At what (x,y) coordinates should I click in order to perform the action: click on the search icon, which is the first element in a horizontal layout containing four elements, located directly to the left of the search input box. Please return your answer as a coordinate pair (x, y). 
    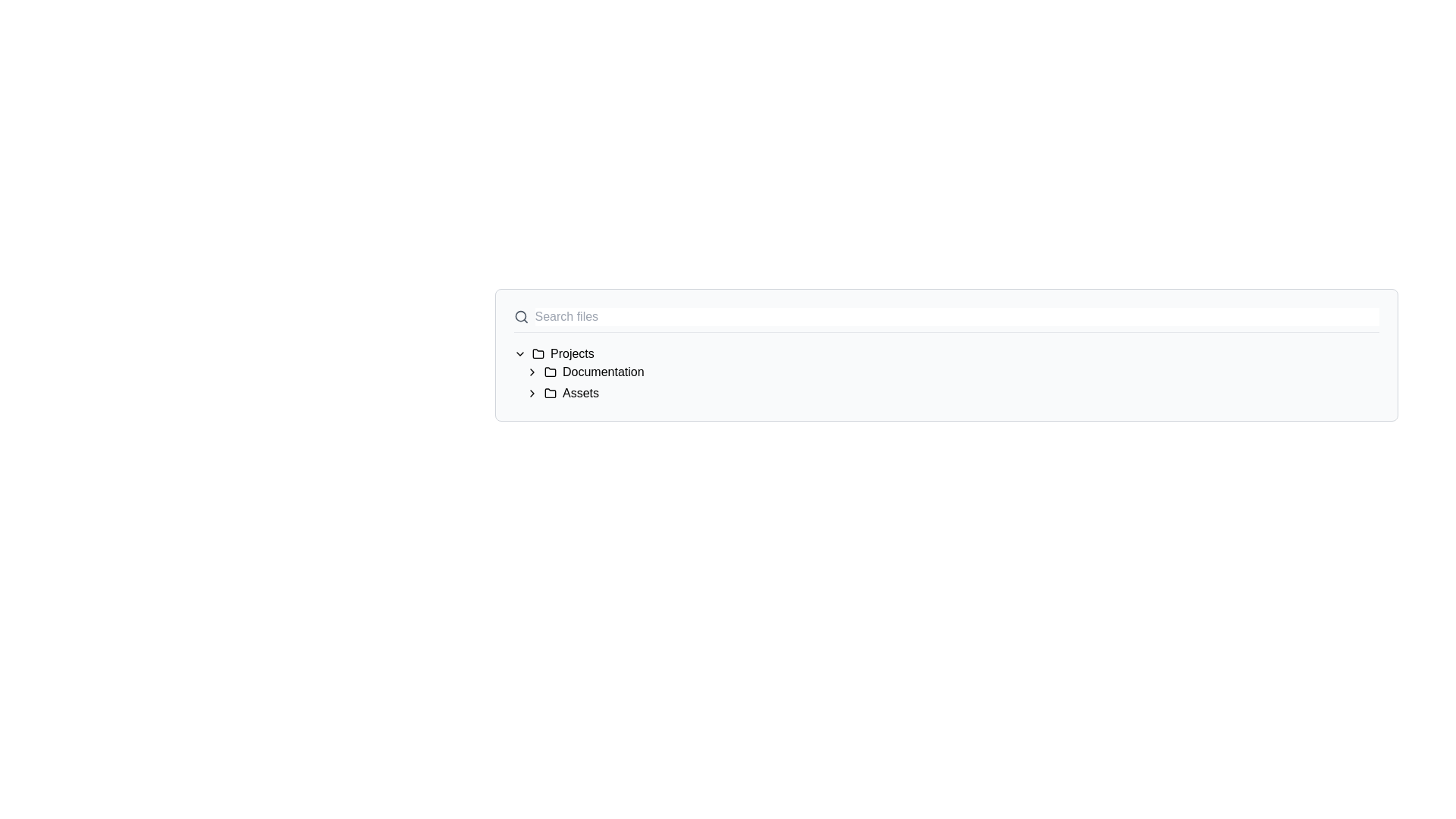
    Looking at the image, I should click on (521, 315).